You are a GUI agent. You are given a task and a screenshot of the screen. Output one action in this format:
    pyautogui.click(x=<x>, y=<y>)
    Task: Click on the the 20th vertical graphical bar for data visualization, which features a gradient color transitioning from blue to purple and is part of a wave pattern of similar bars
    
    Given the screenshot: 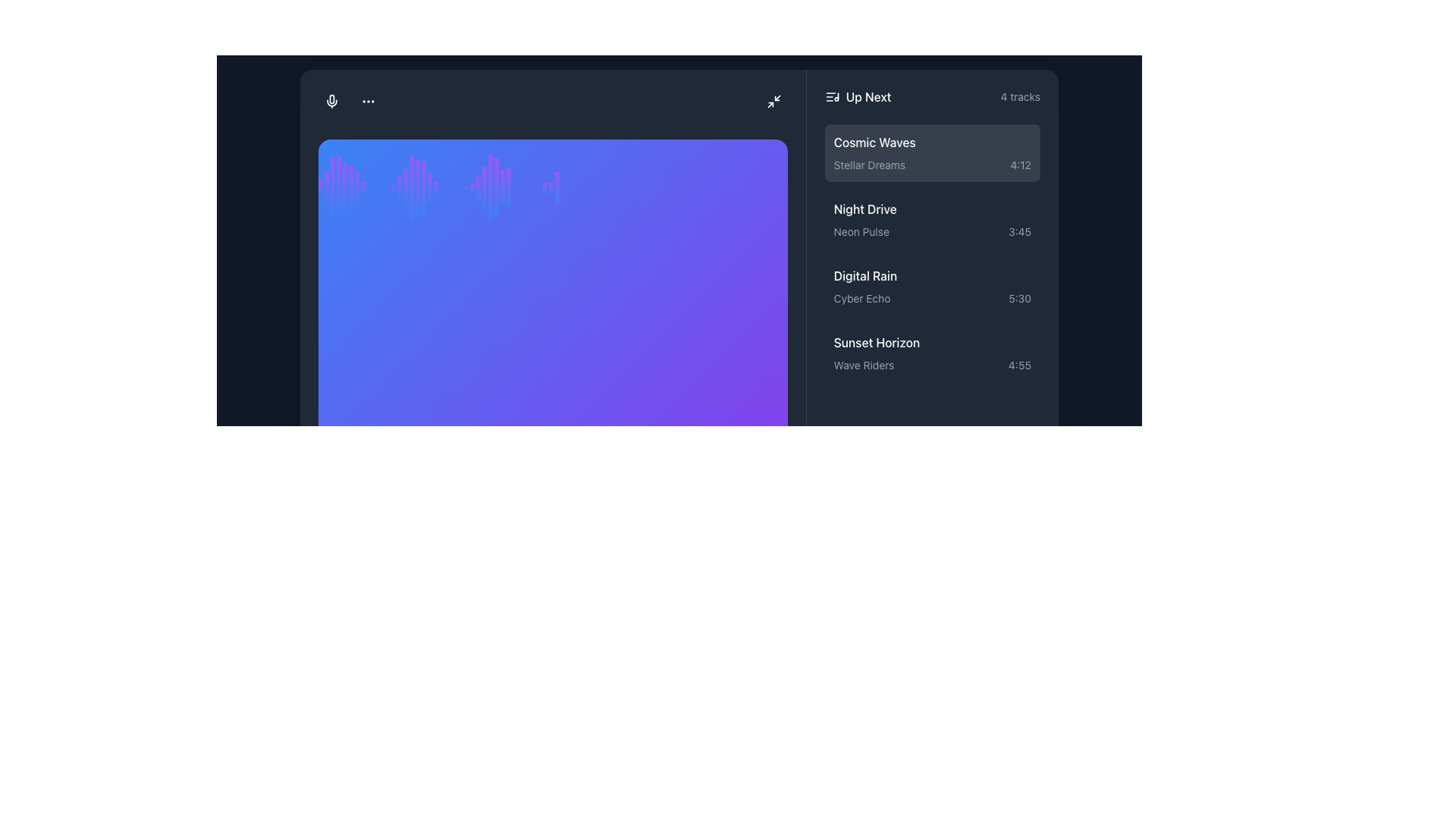 What is the action you would take?
    pyautogui.click(x=435, y=186)
    